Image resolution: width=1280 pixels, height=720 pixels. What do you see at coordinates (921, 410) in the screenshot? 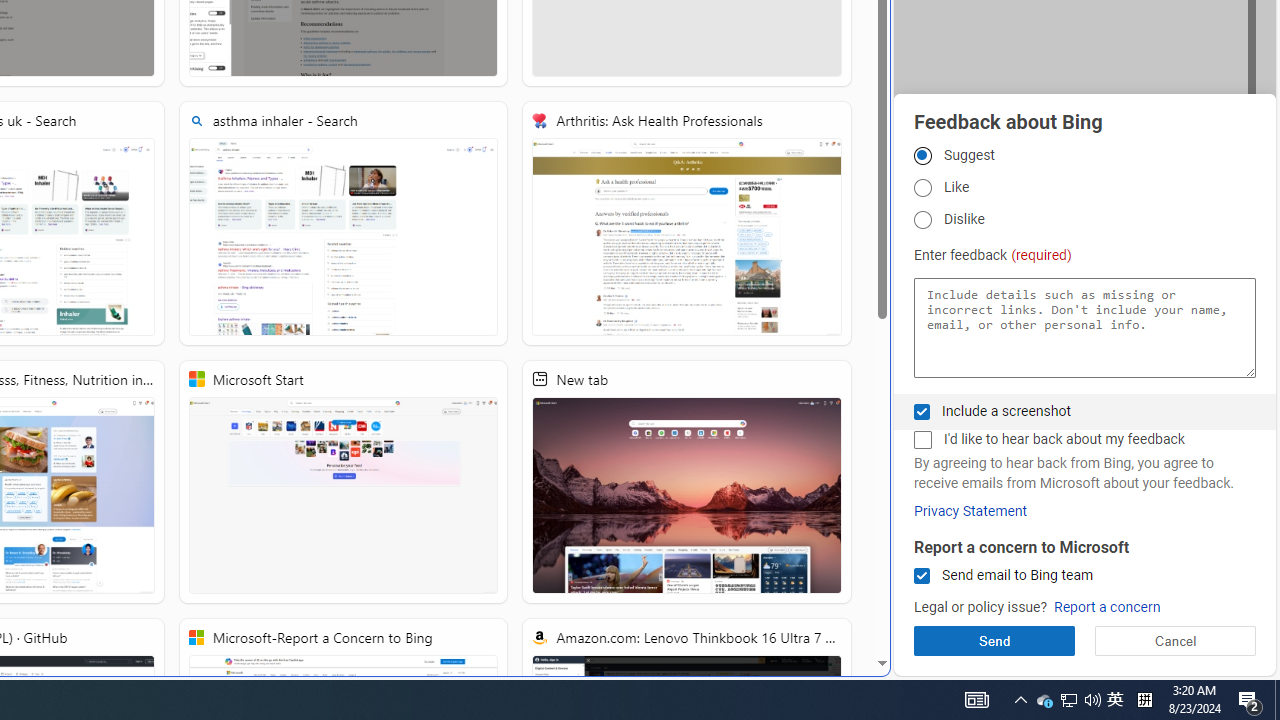
I see `'Include a screenshot'` at bounding box center [921, 410].